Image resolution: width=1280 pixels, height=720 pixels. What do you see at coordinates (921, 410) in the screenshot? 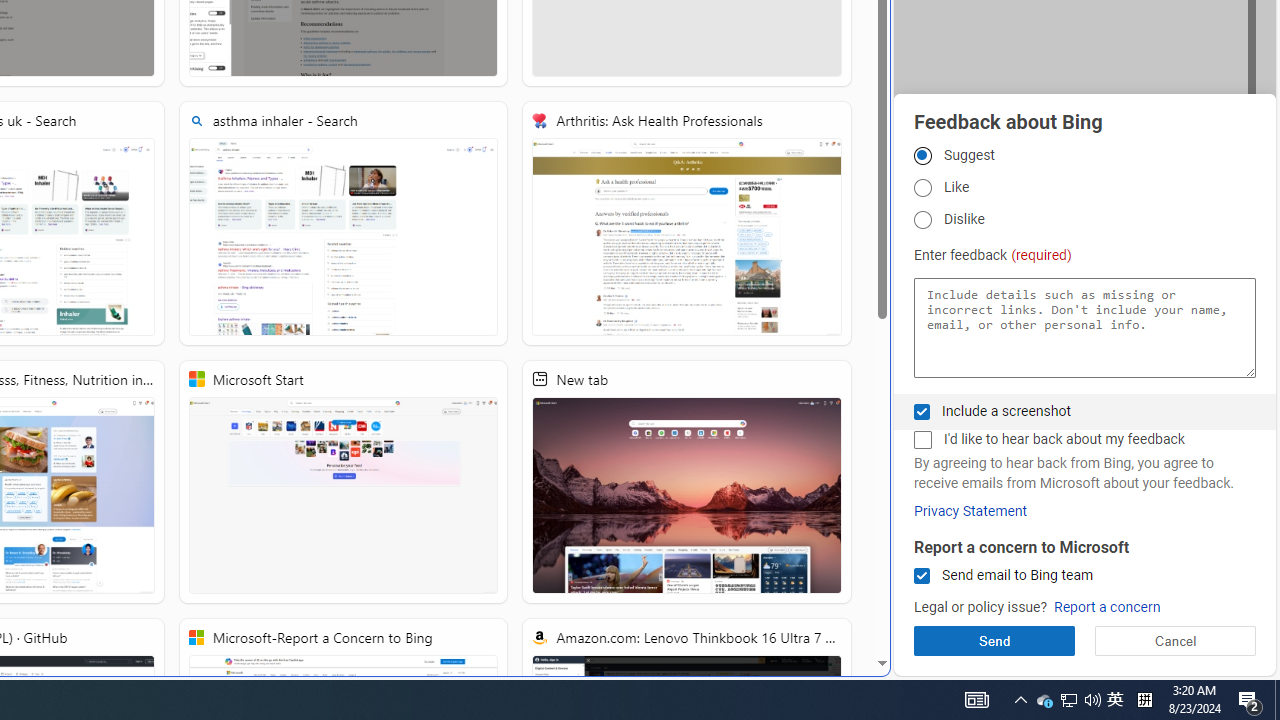
I see `'Include a screenshot'` at bounding box center [921, 410].